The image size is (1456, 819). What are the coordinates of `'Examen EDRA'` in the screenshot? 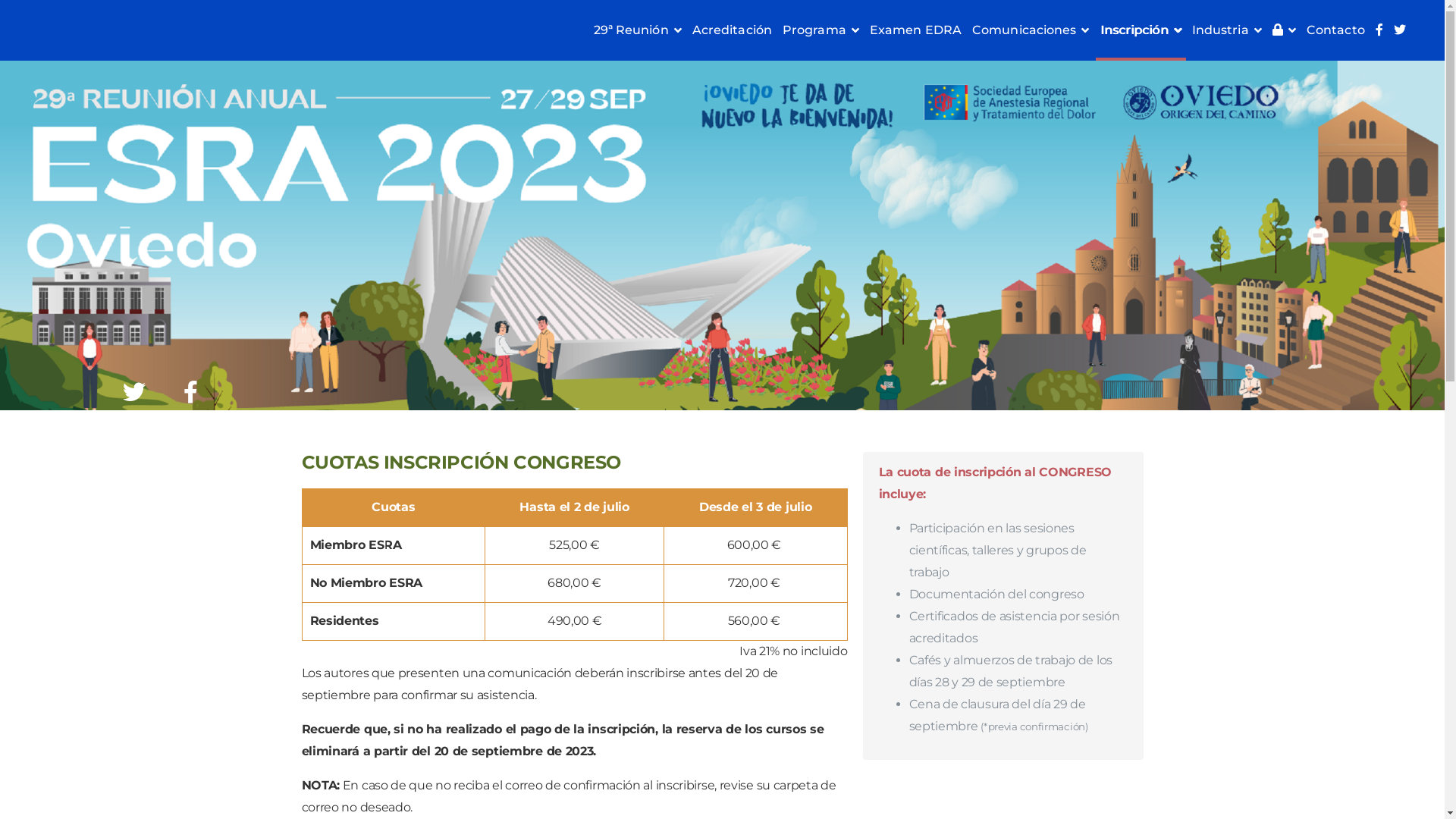 It's located at (915, 30).